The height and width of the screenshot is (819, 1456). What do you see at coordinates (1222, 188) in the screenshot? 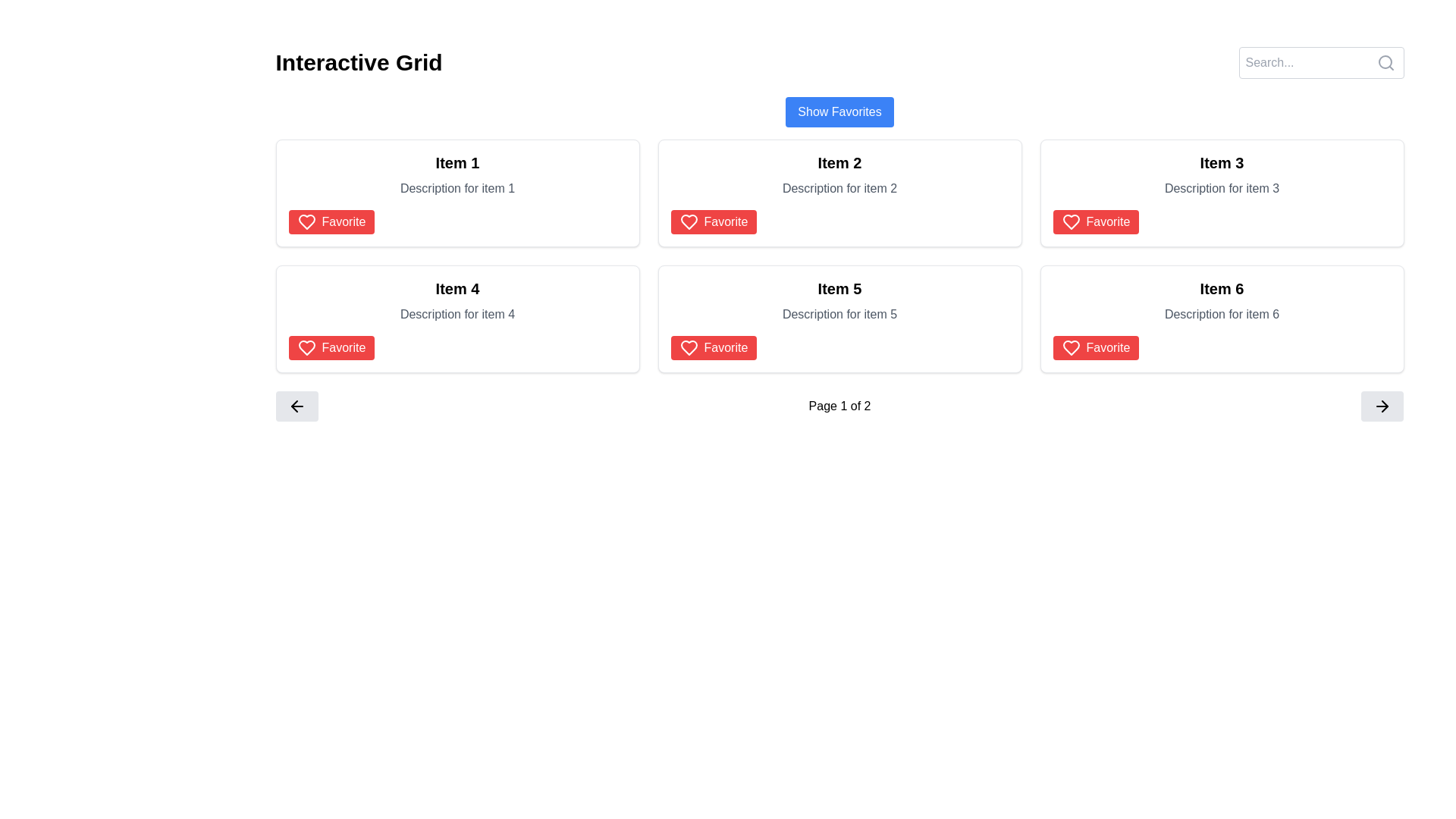
I see `the text label displaying 'Description for item 3' in light gray font, located beneath the heading 'Item 3' in the rightmost tile of the first row` at bounding box center [1222, 188].